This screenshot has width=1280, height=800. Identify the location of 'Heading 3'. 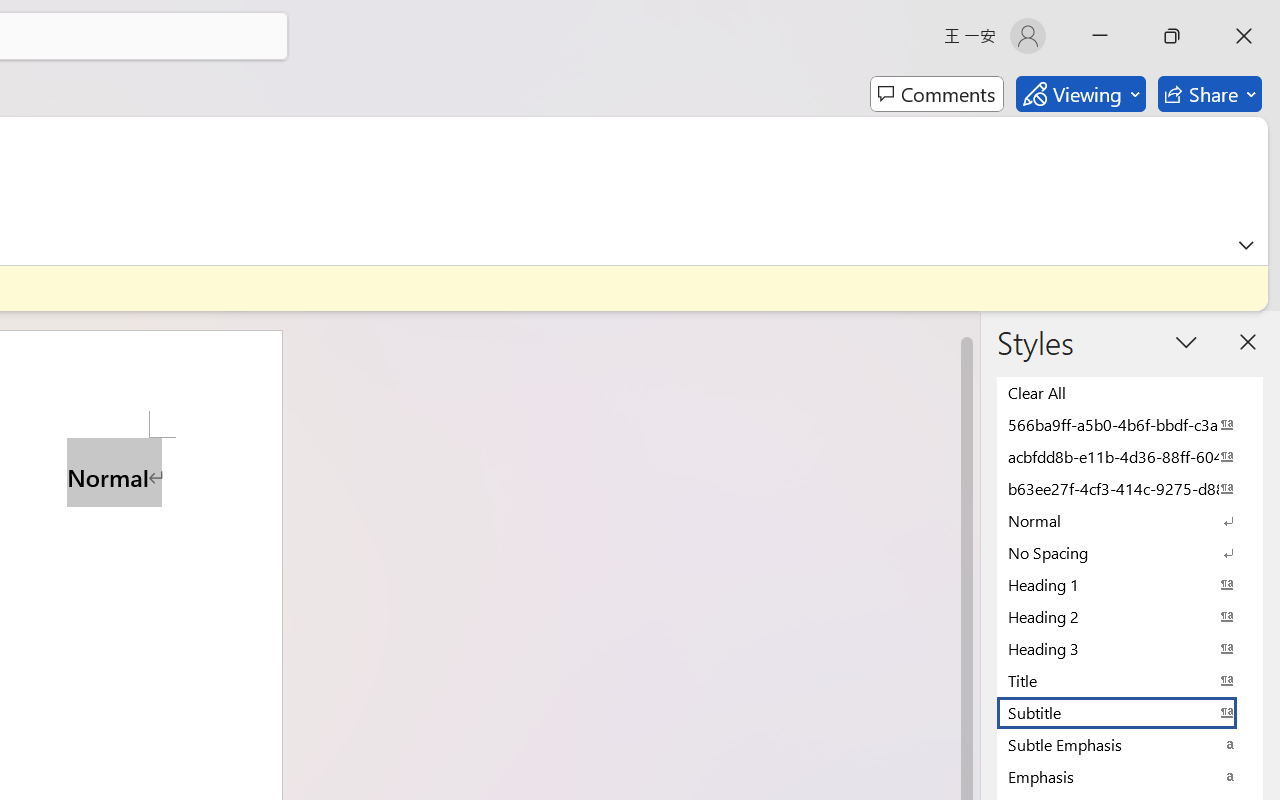
(1130, 647).